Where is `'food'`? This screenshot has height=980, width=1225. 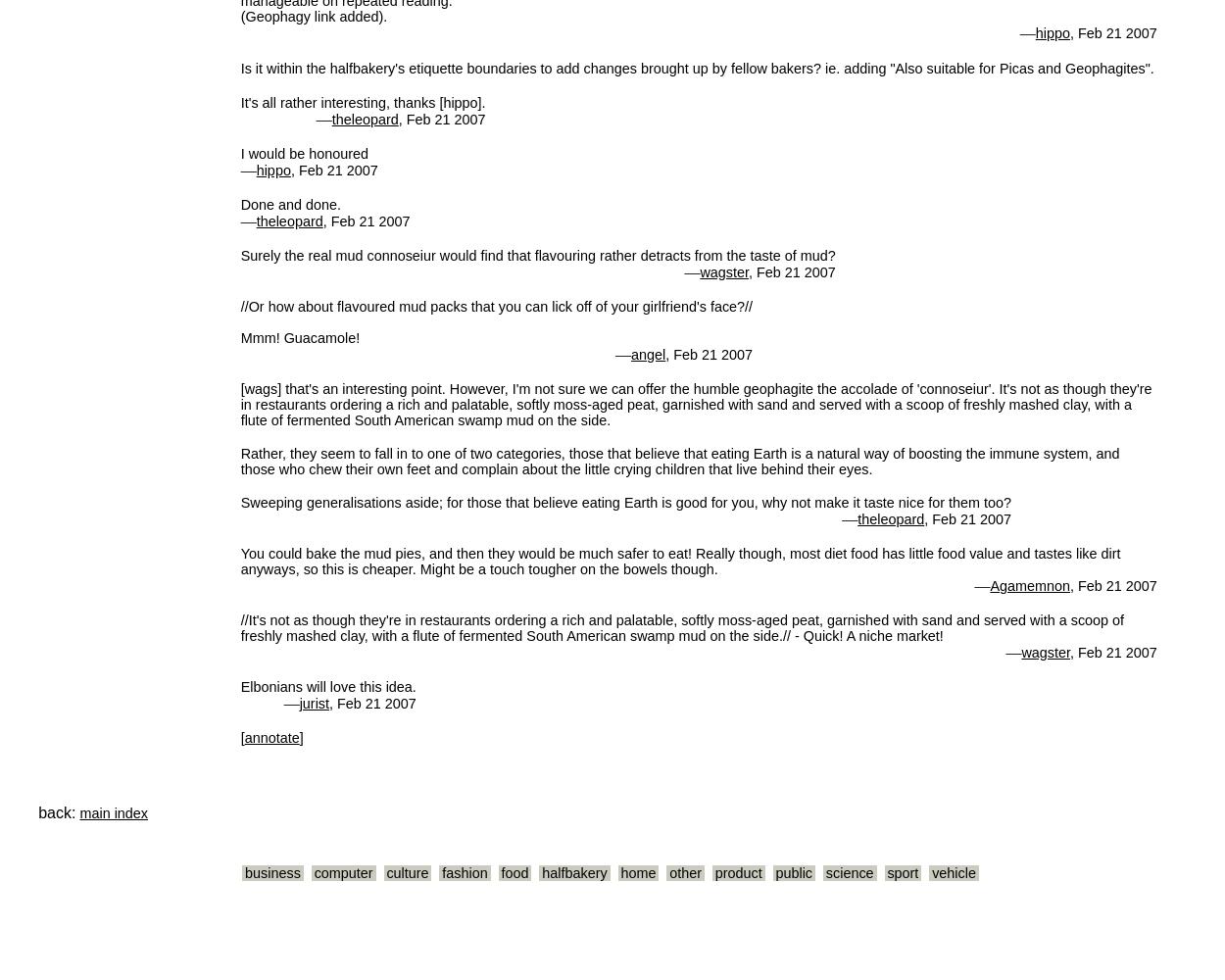
'food' is located at coordinates (514, 872).